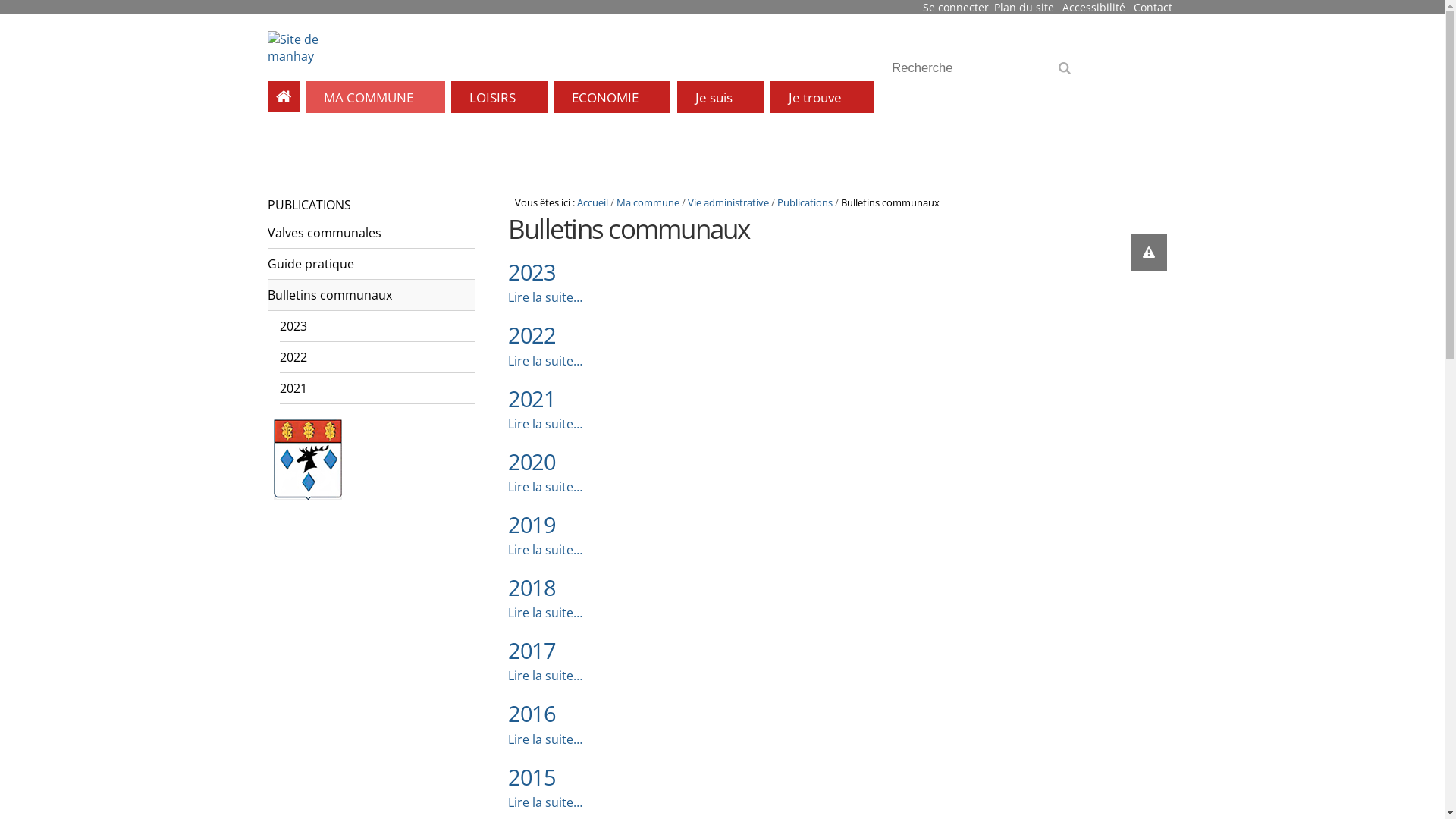  Describe the element at coordinates (499, 96) in the screenshot. I see `'LOISIRS'` at that location.